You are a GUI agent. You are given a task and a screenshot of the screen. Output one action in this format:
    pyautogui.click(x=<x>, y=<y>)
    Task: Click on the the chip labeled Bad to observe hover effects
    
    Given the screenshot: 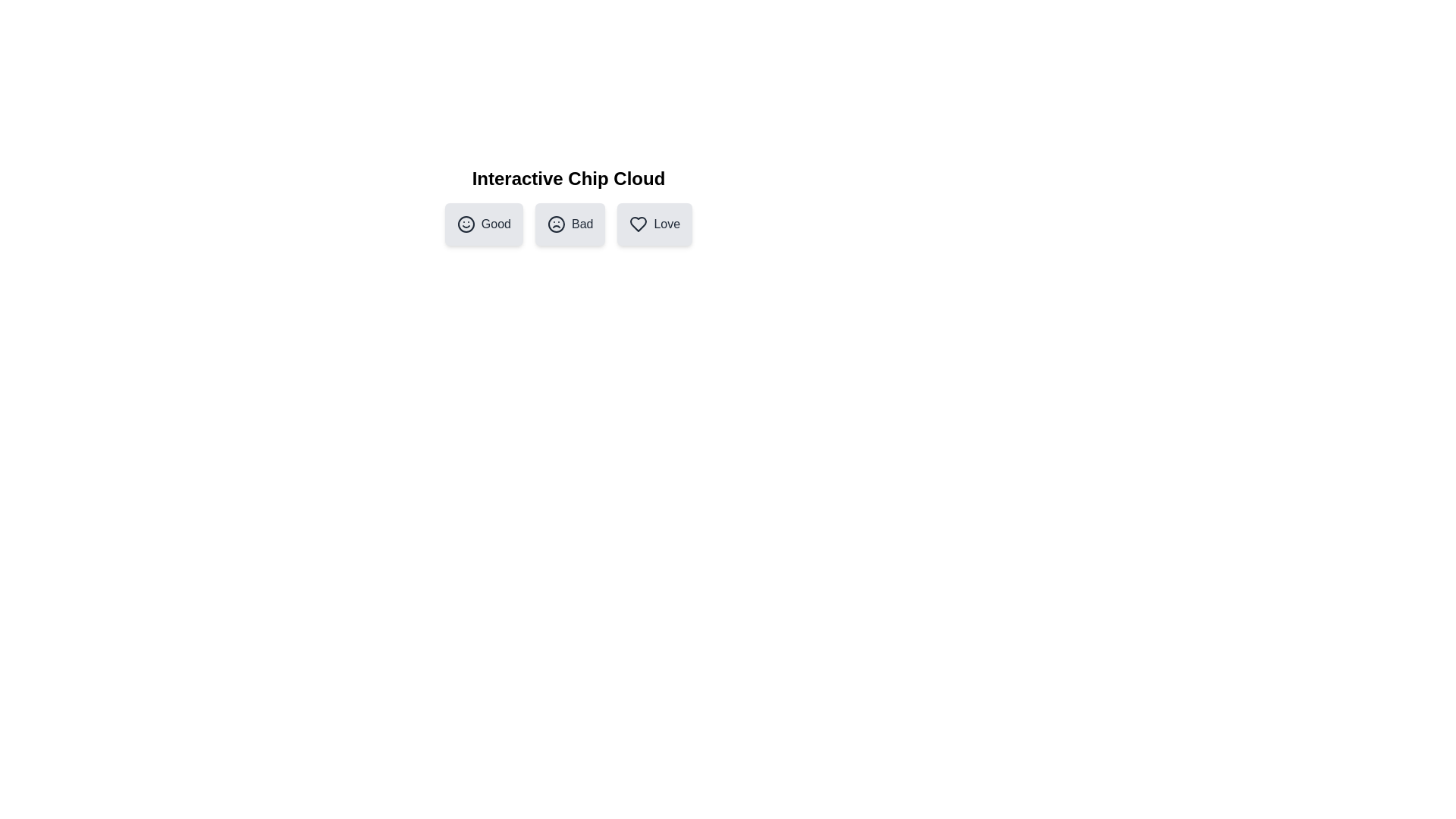 What is the action you would take?
    pyautogui.click(x=570, y=224)
    